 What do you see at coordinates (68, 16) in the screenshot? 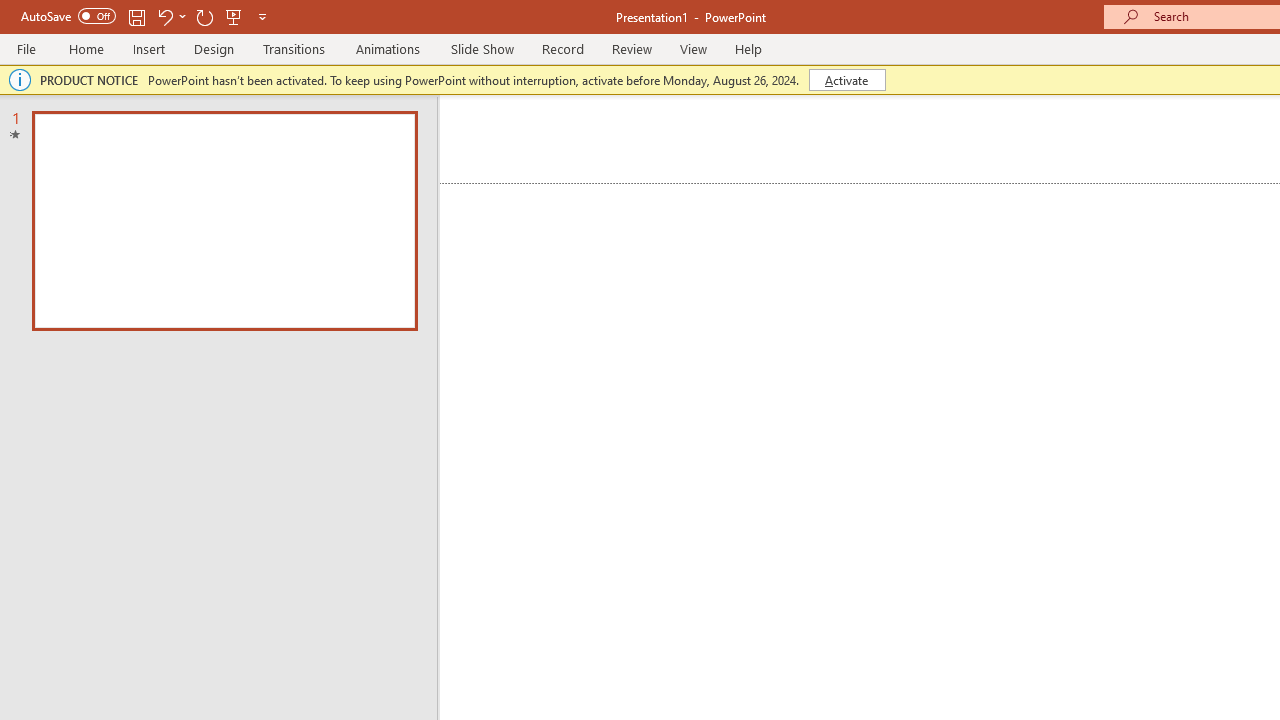
I see `'AutoSave'` at bounding box center [68, 16].